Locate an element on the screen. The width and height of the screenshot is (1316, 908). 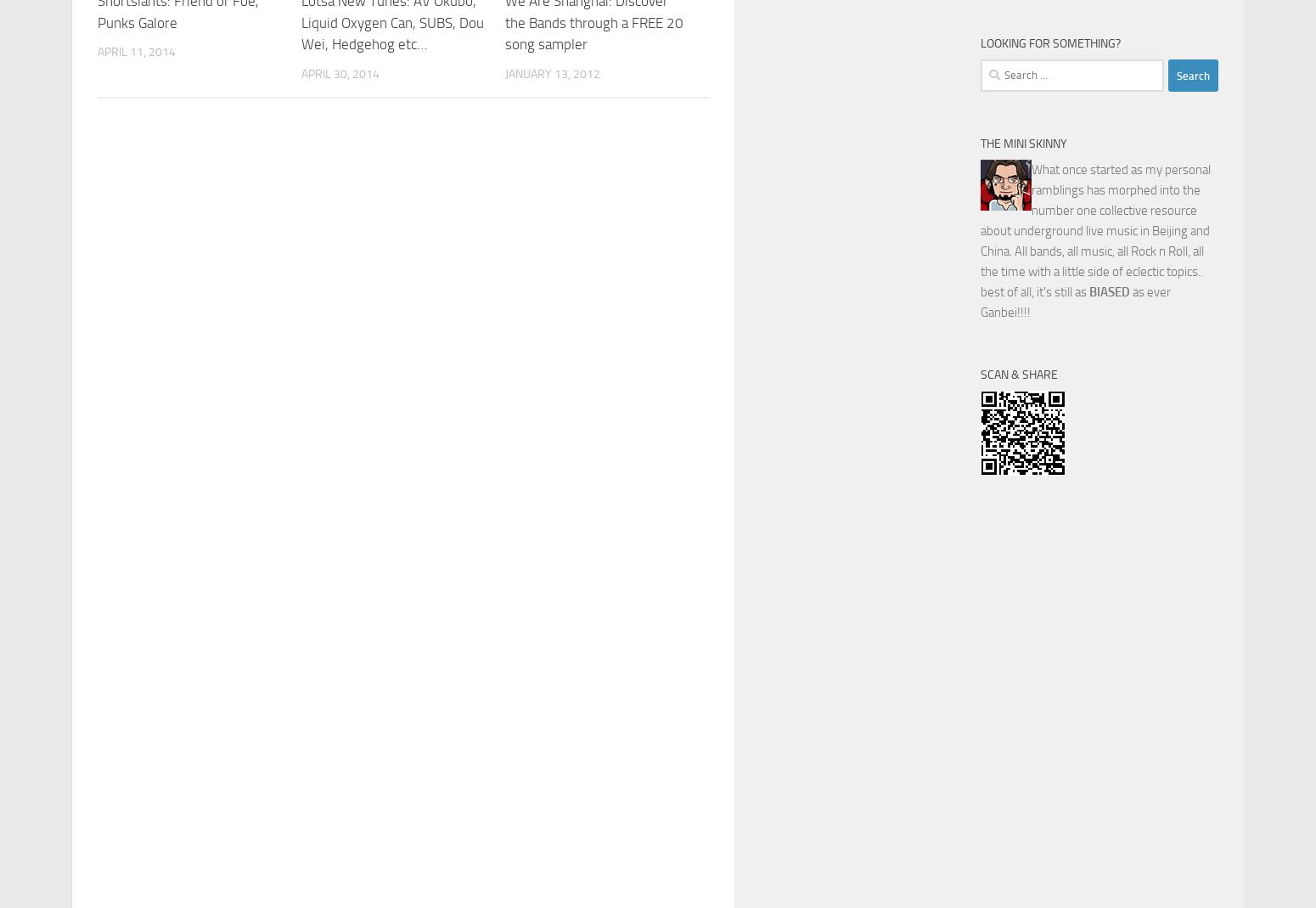
'The Mini Skinny' is located at coordinates (980, 144).